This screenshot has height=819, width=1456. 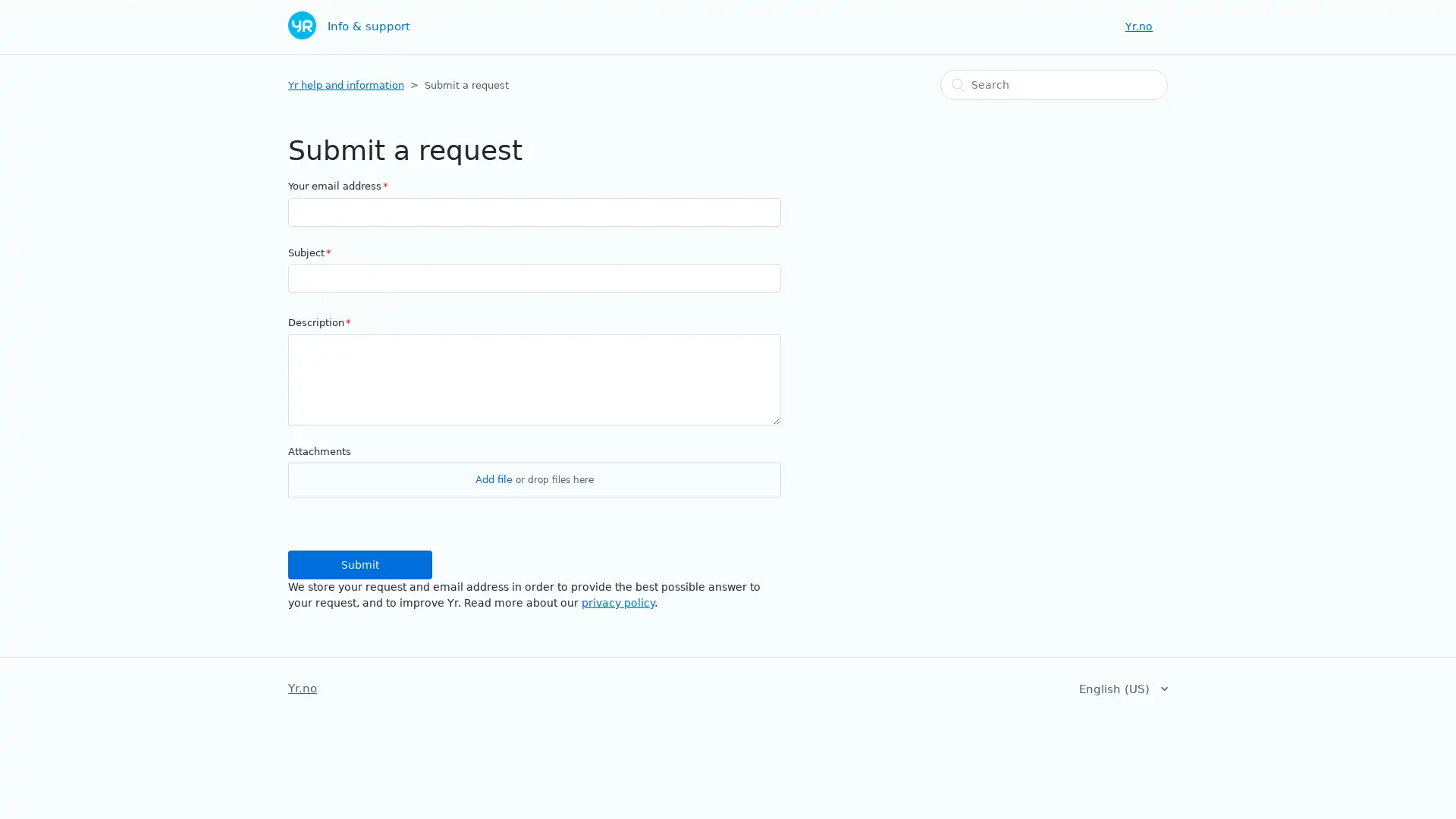 What do you see at coordinates (359, 564) in the screenshot?
I see `Submit` at bounding box center [359, 564].